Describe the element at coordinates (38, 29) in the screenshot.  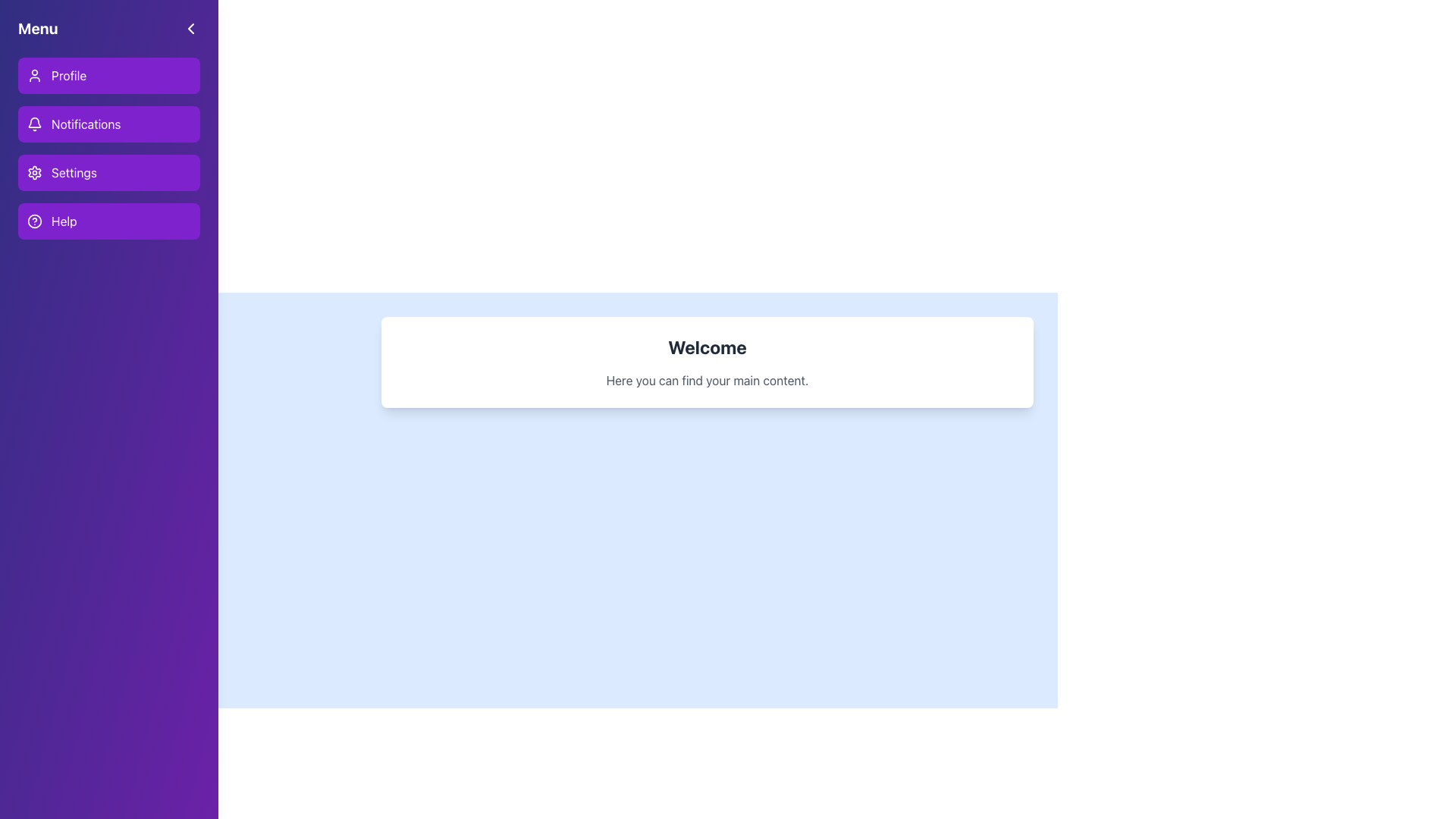
I see `the 'Menu' text label, which is bold, large, and white against a purple background, located at the top-left section of the vertical navigation panel` at that location.